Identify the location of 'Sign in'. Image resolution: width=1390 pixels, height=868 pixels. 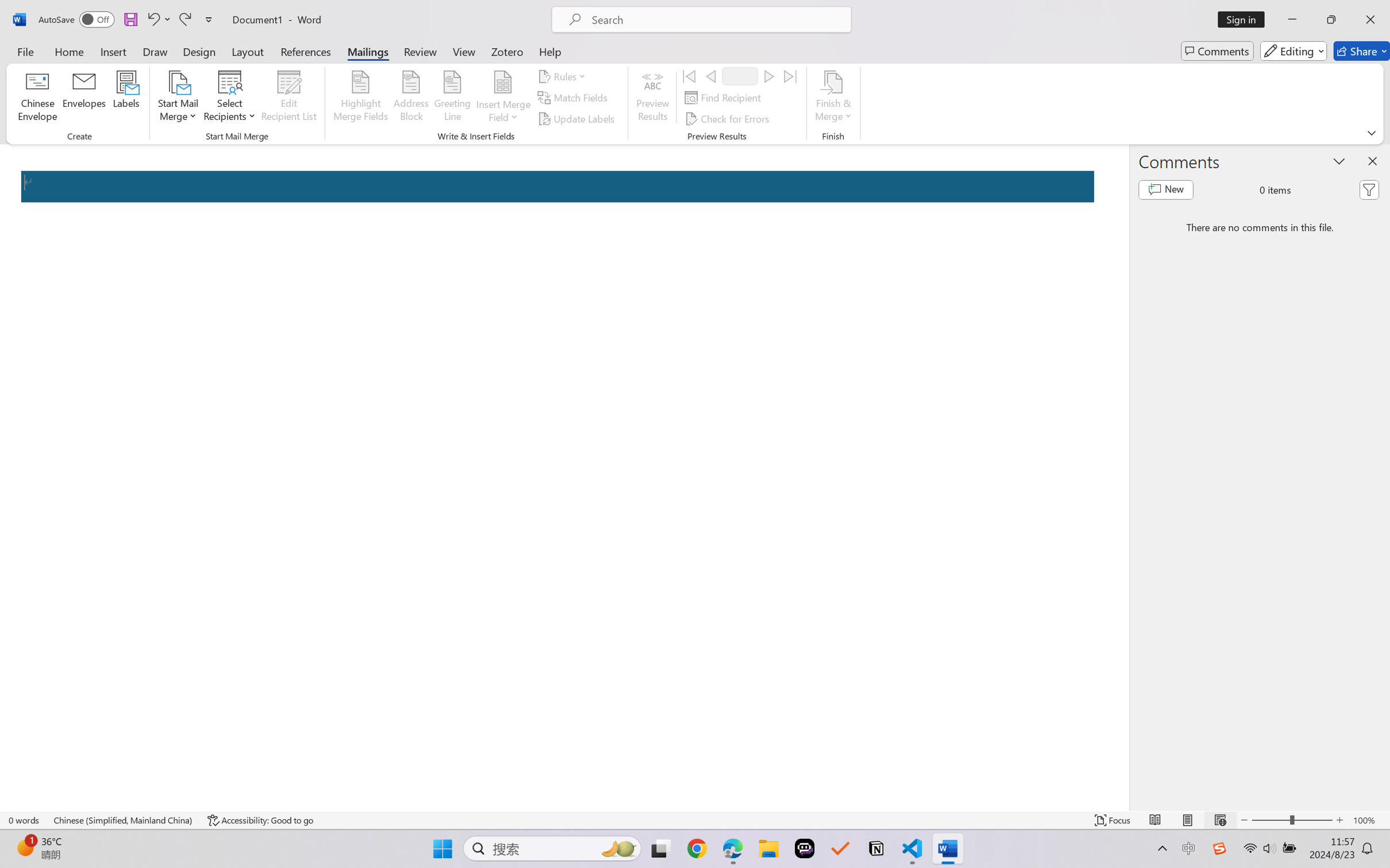
(1245, 19).